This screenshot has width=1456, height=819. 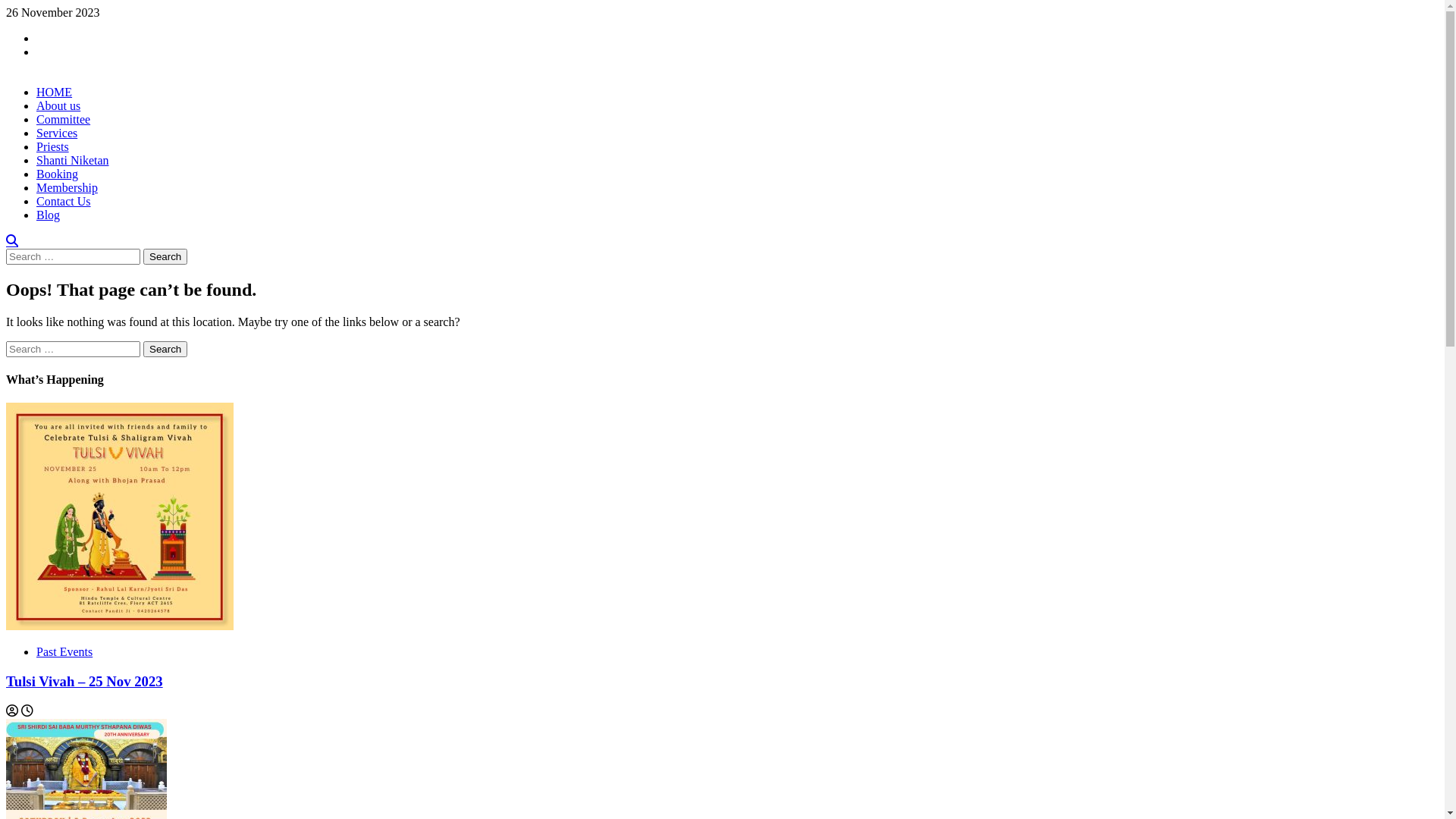 I want to click on 'Priests', so click(x=52, y=146).